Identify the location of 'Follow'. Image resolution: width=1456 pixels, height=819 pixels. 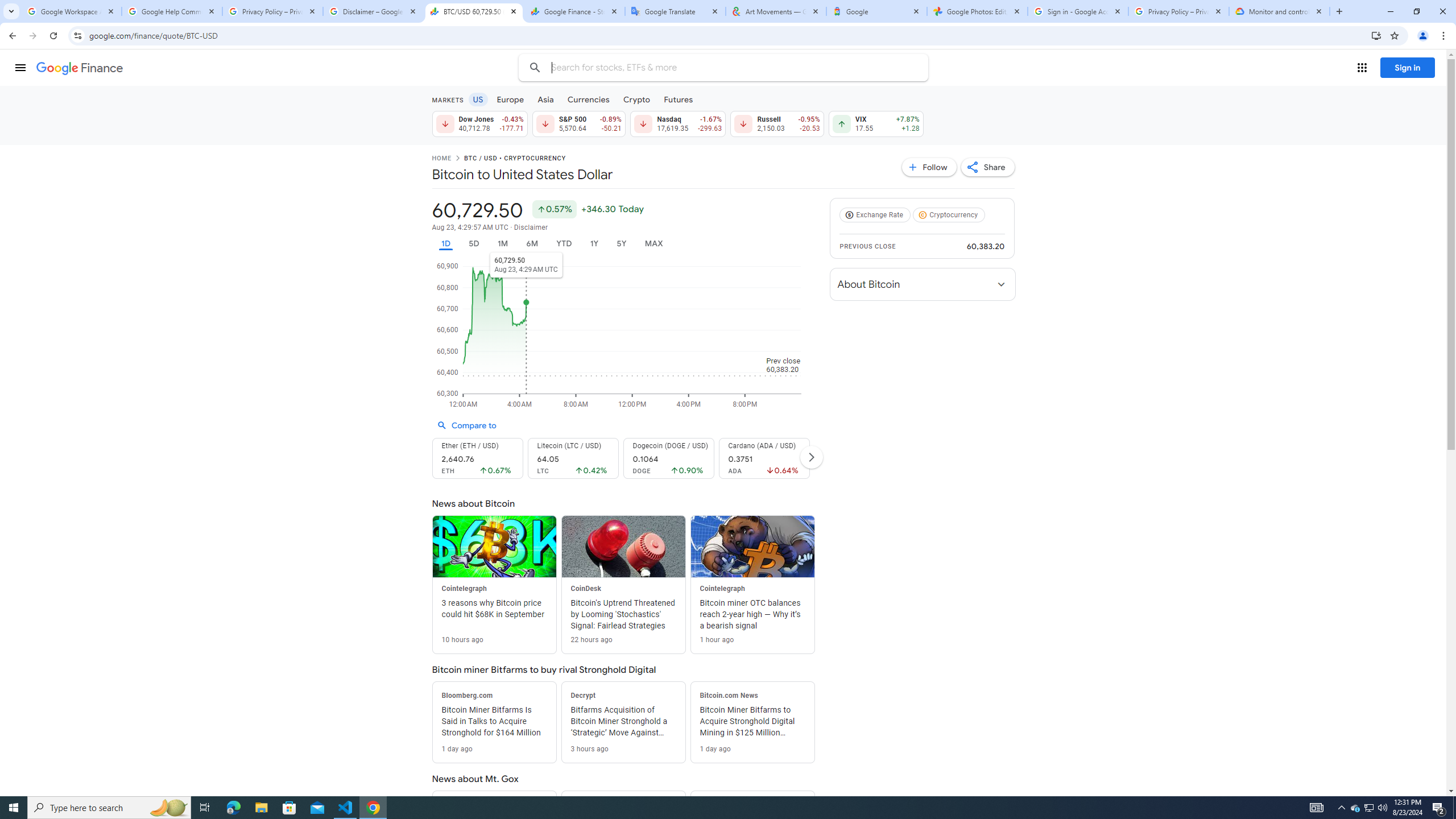
(929, 166).